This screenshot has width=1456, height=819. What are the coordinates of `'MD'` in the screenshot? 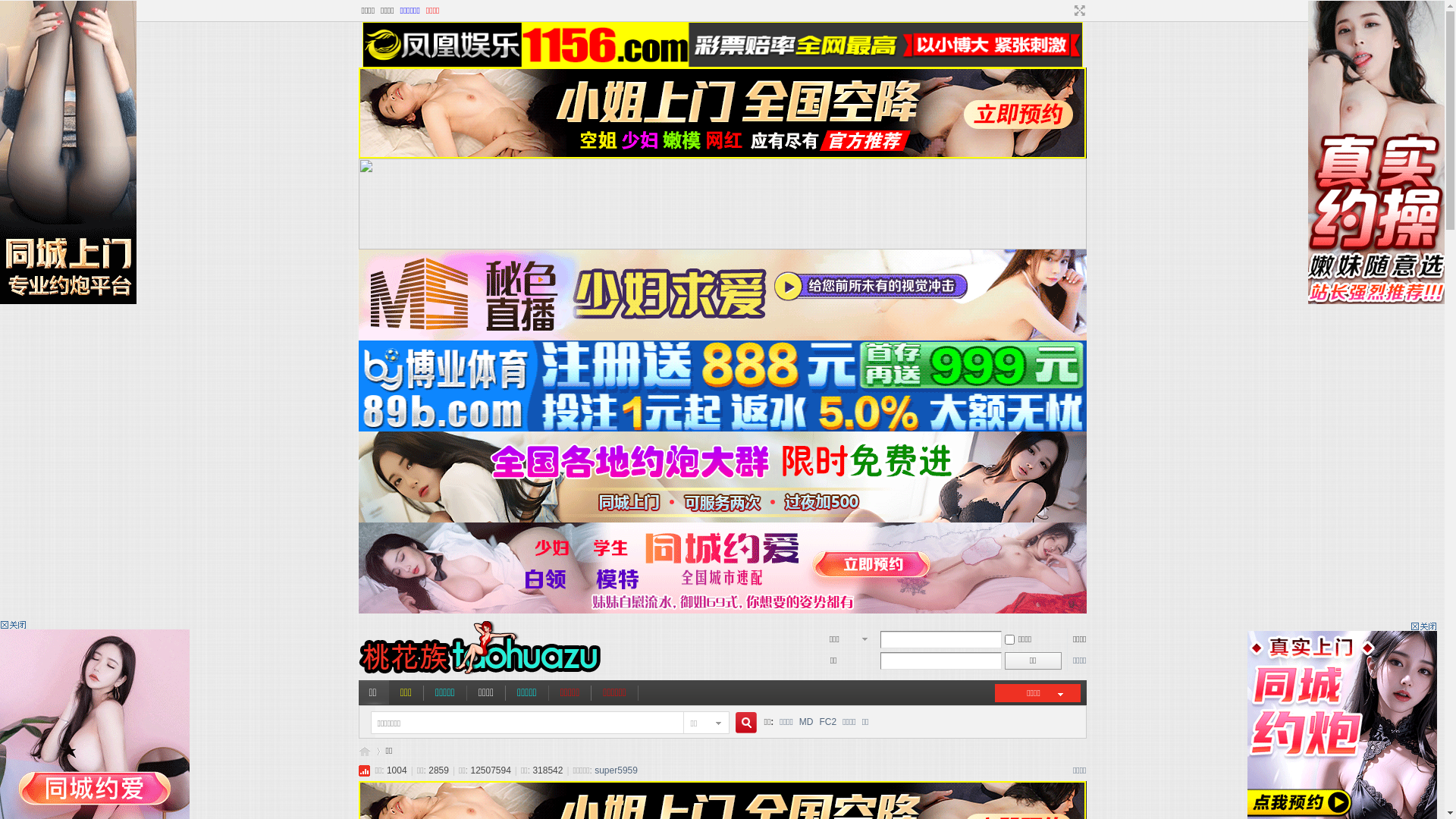 It's located at (805, 721).